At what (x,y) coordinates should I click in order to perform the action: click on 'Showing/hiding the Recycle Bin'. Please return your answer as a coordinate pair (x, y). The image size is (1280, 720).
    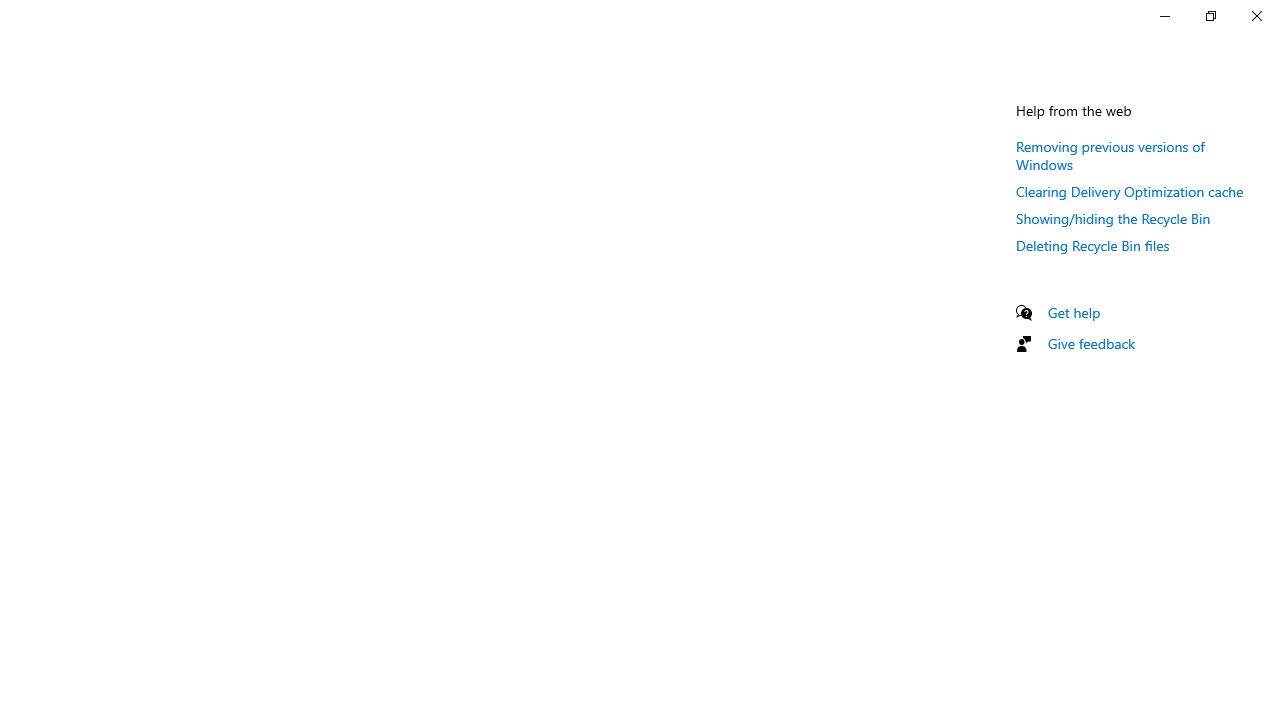
    Looking at the image, I should click on (1112, 218).